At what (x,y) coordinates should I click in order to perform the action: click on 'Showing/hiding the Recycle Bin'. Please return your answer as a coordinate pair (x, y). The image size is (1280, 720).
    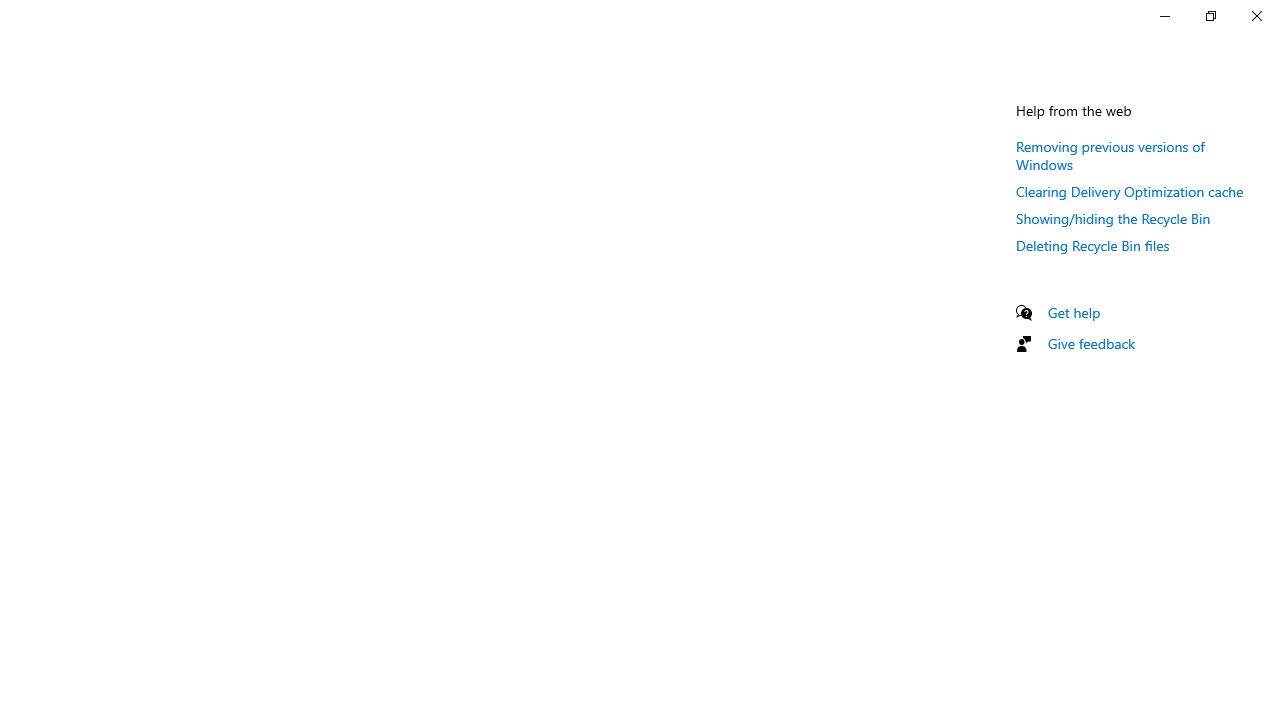
    Looking at the image, I should click on (1112, 218).